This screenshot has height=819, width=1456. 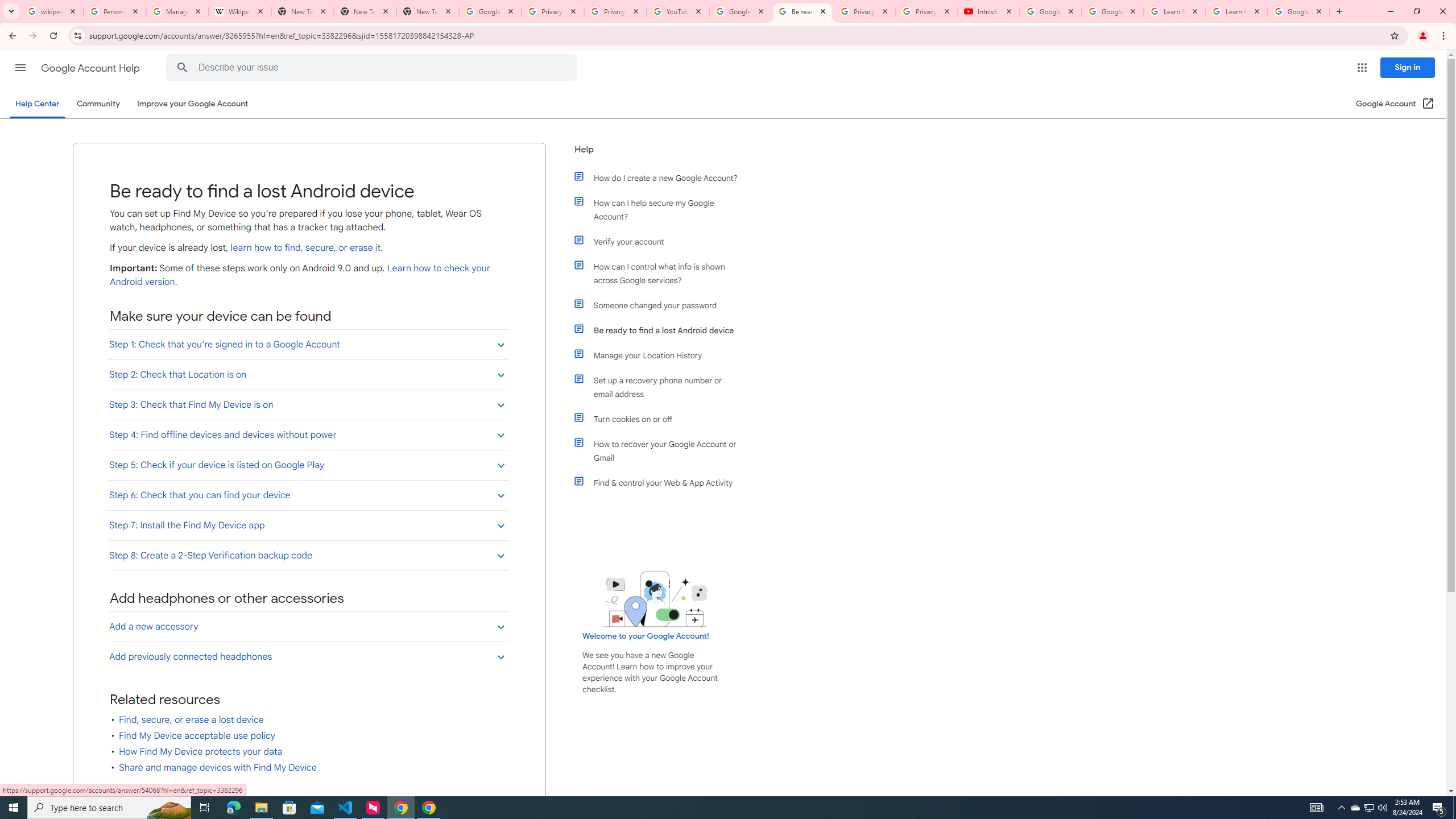 What do you see at coordinates (37, 103) in the screenshot?
I see `'Help Center'` at bounding box center [37, 103].